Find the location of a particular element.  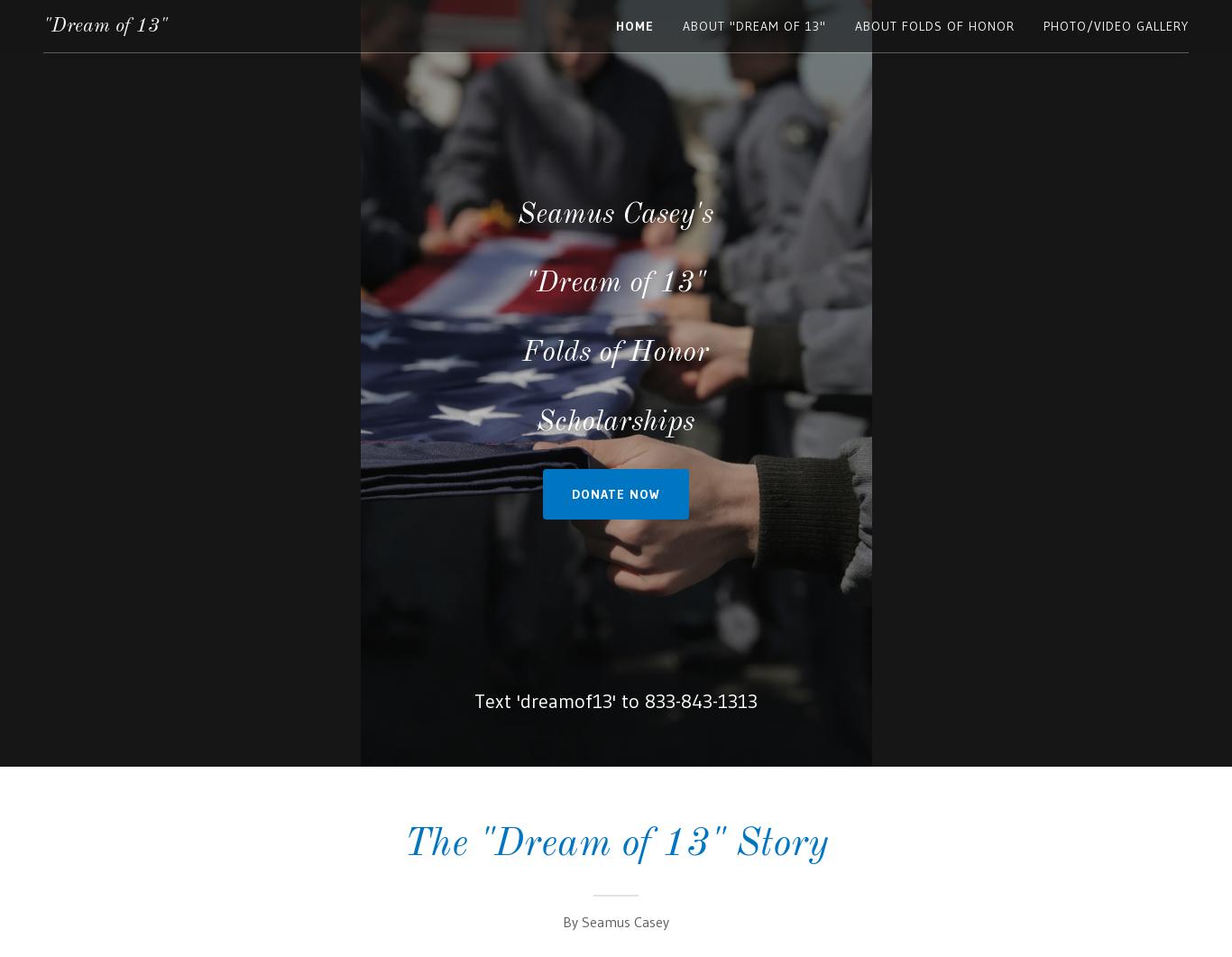

'Text 'dreamof13' to' is located at coordinates (557, 701).